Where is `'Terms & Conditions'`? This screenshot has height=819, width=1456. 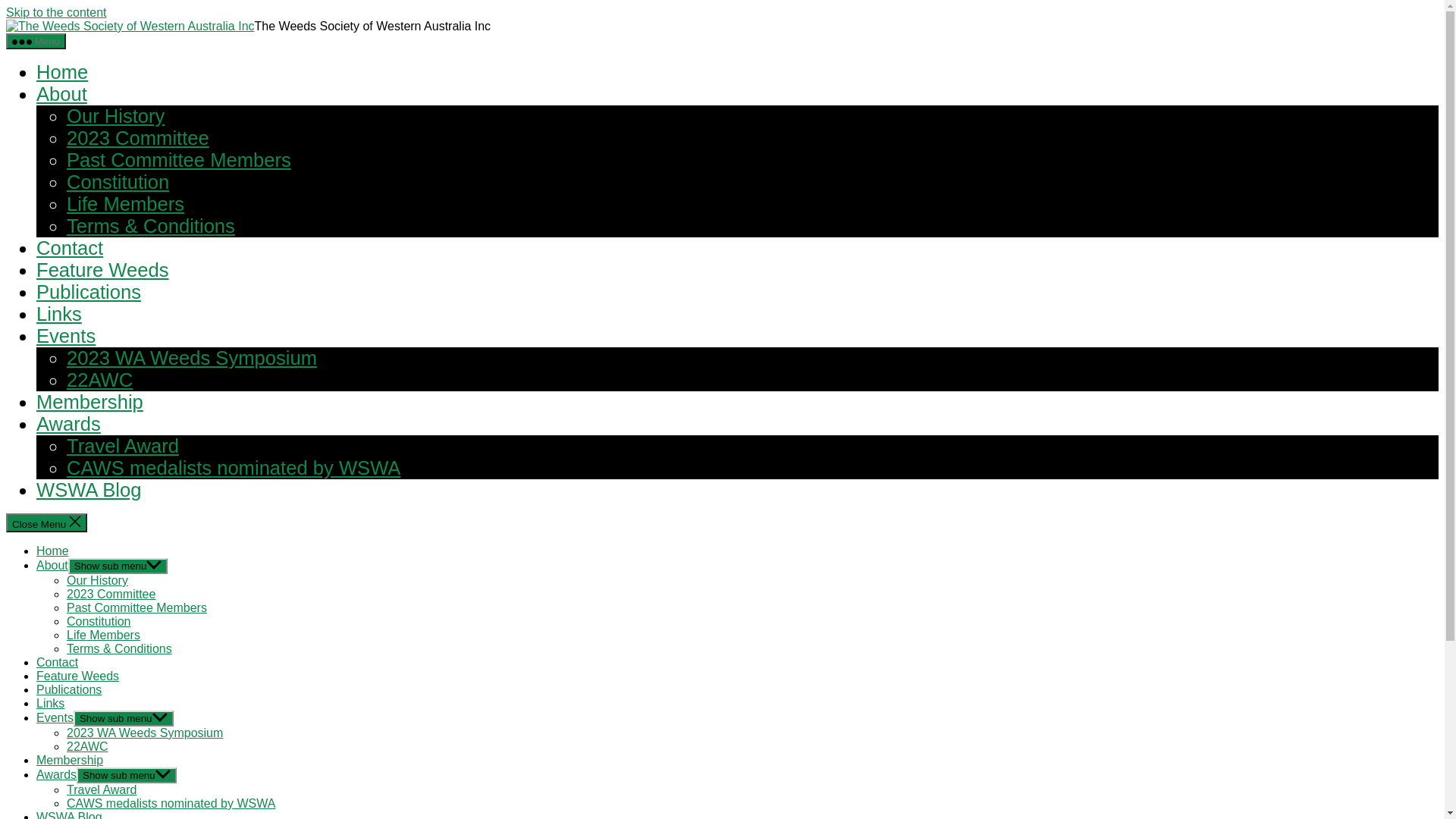
'Terms & Conditions' is located at coordinates (150, 225).